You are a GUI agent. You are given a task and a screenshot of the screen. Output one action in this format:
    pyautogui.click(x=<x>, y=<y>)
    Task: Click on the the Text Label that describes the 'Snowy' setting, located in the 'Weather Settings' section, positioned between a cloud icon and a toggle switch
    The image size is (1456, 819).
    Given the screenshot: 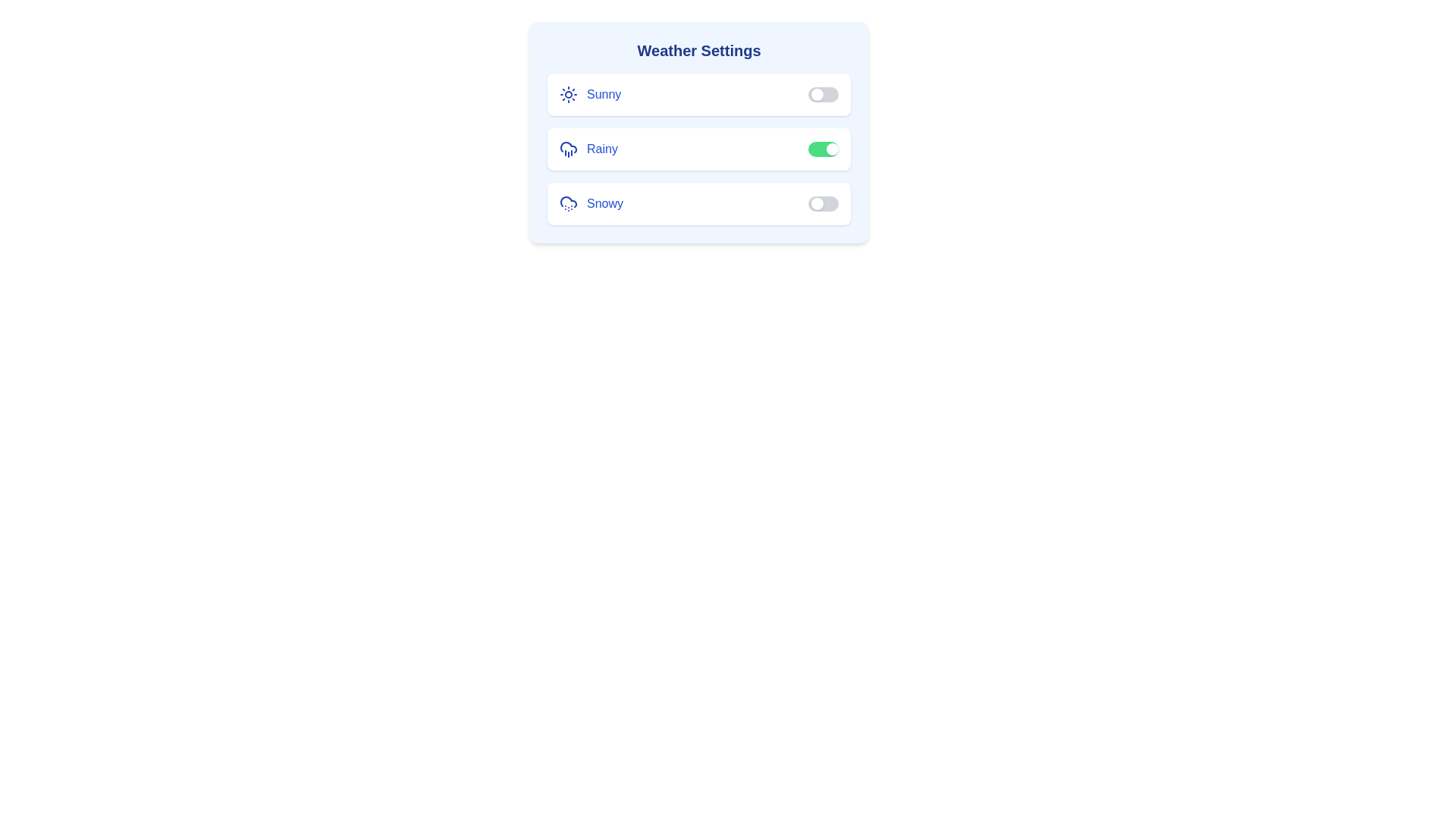 What is the action you would take?
    pyautogui.click(x=604, y=203)
    